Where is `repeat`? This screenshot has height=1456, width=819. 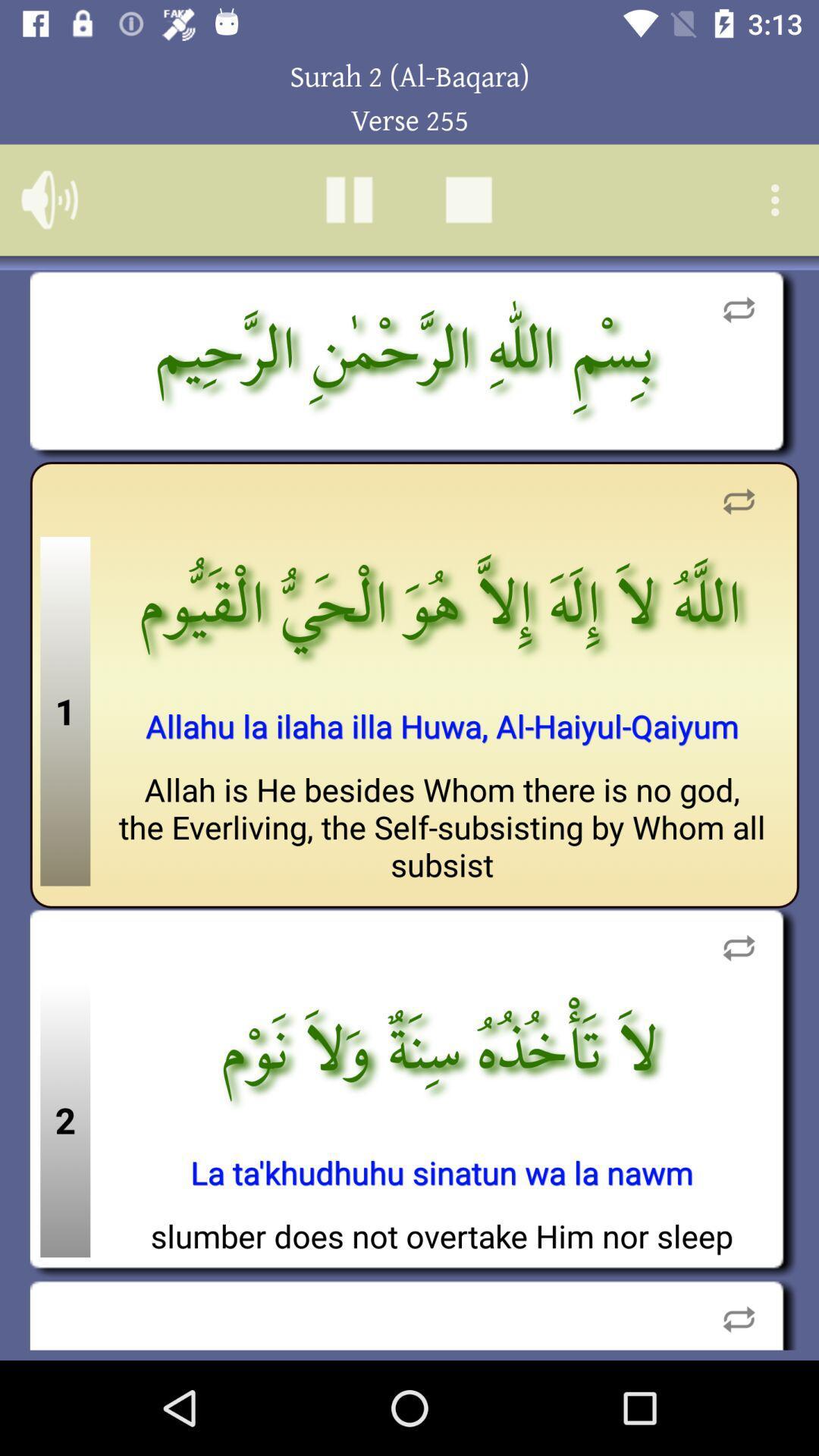
repeat is located at coordinates (738, 309).